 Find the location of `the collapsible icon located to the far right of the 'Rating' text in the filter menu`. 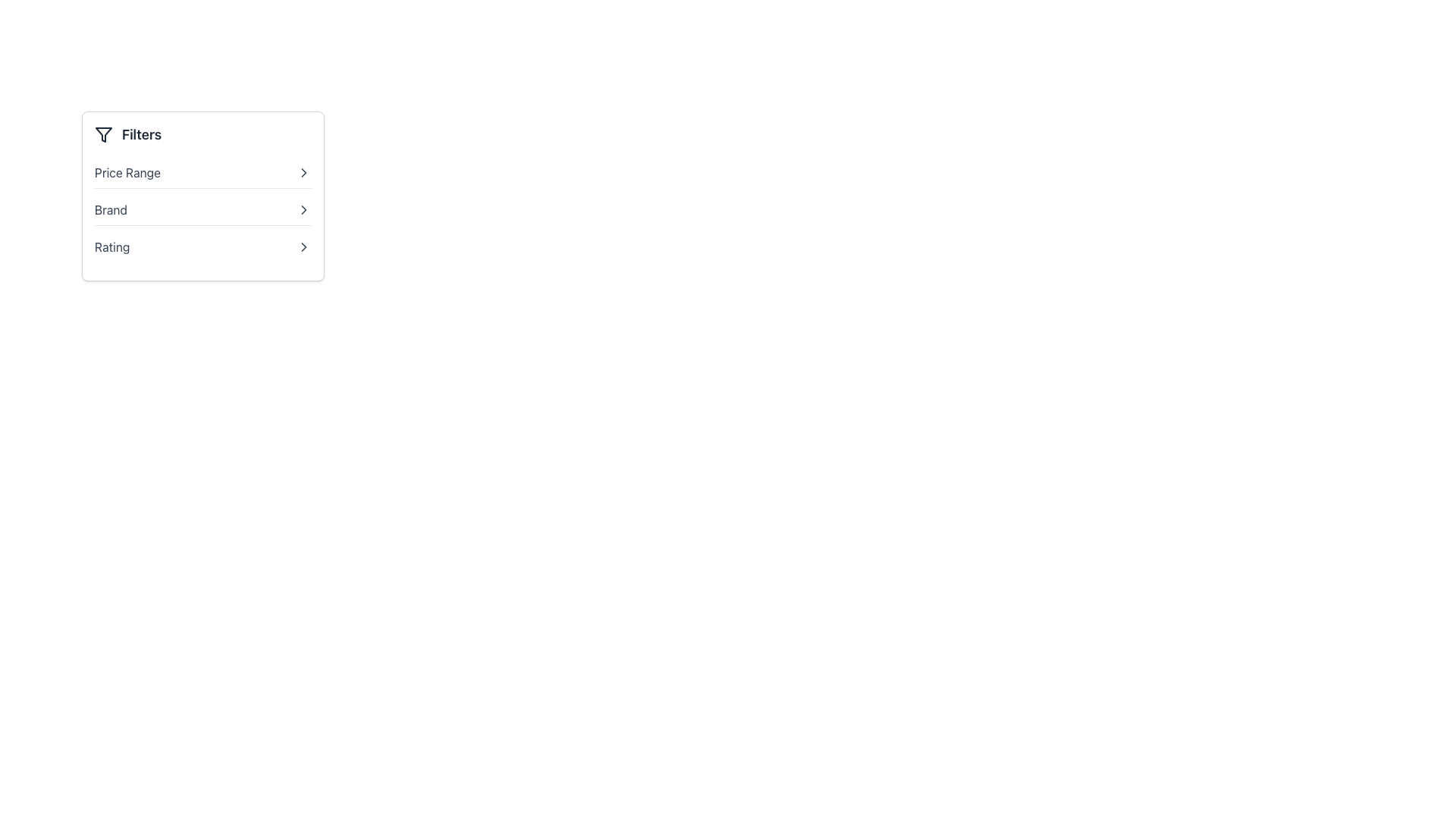

the collapsible icon located to the far right of the 'Rating' text in the filter menu is located at coordinates (303, 246).